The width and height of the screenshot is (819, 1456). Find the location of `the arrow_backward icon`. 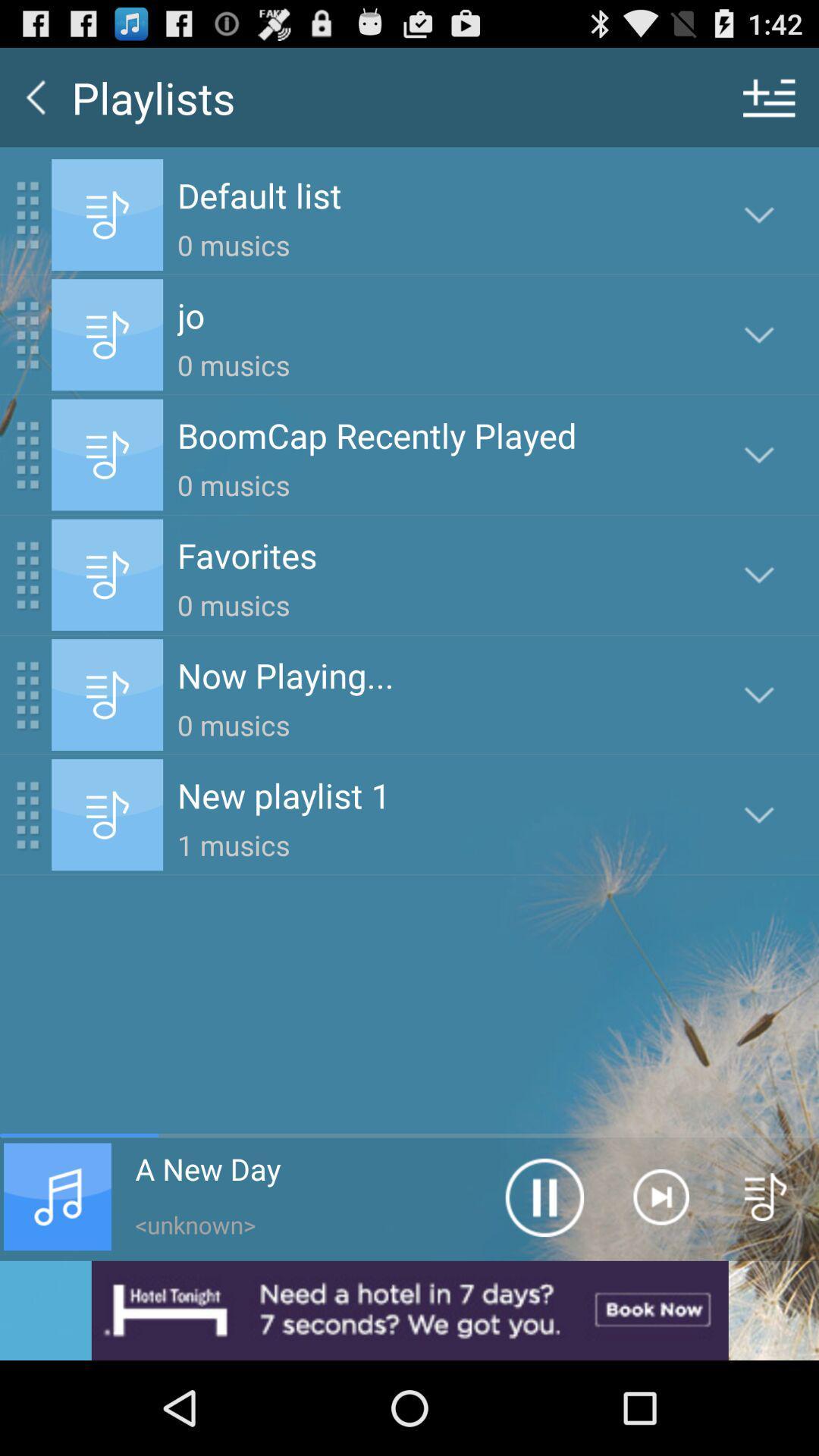

the arrow_backward icon is located at coordinates (35, 103).